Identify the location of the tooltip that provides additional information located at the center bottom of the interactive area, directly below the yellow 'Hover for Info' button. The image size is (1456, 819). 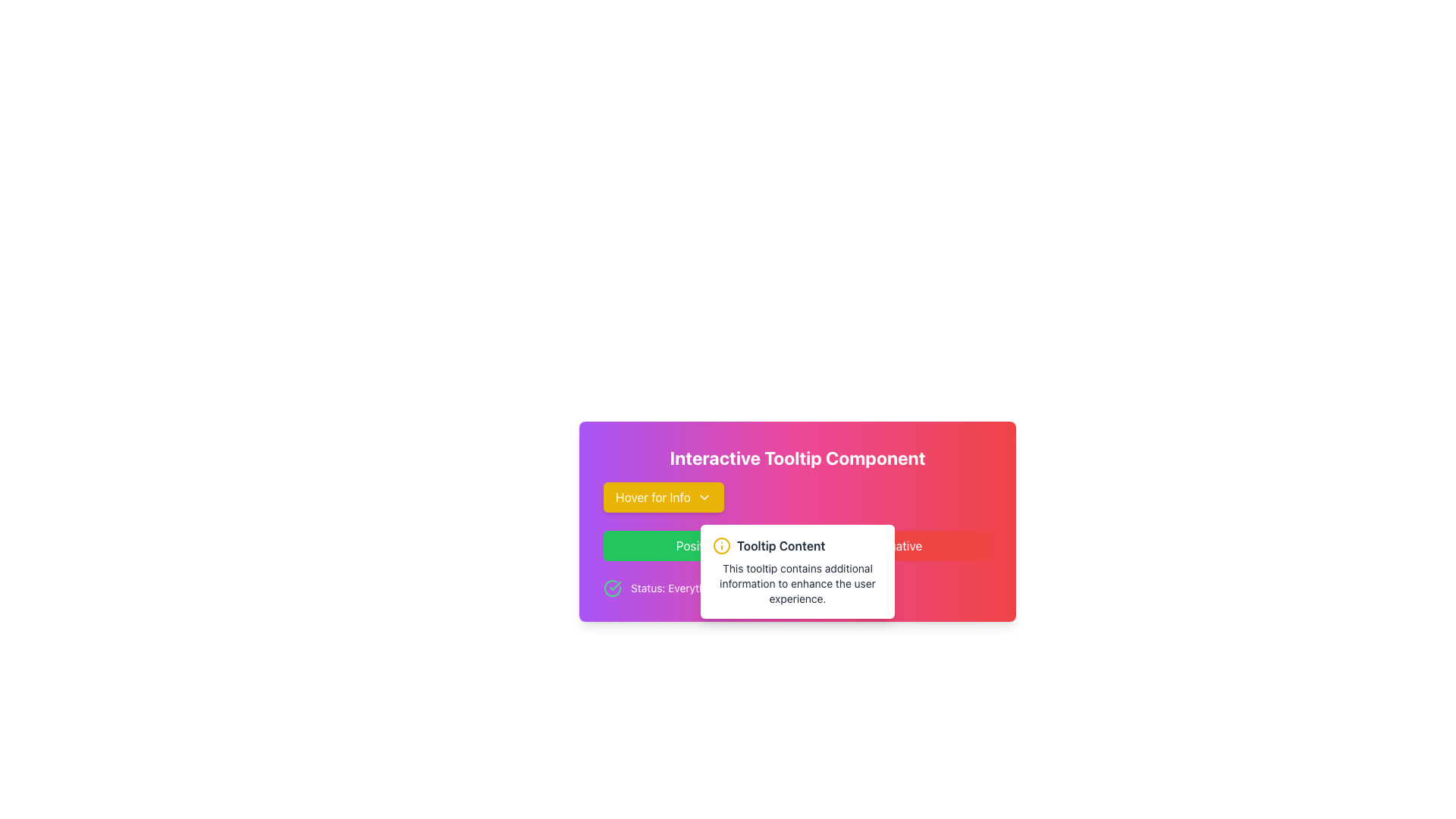
(796, 571).